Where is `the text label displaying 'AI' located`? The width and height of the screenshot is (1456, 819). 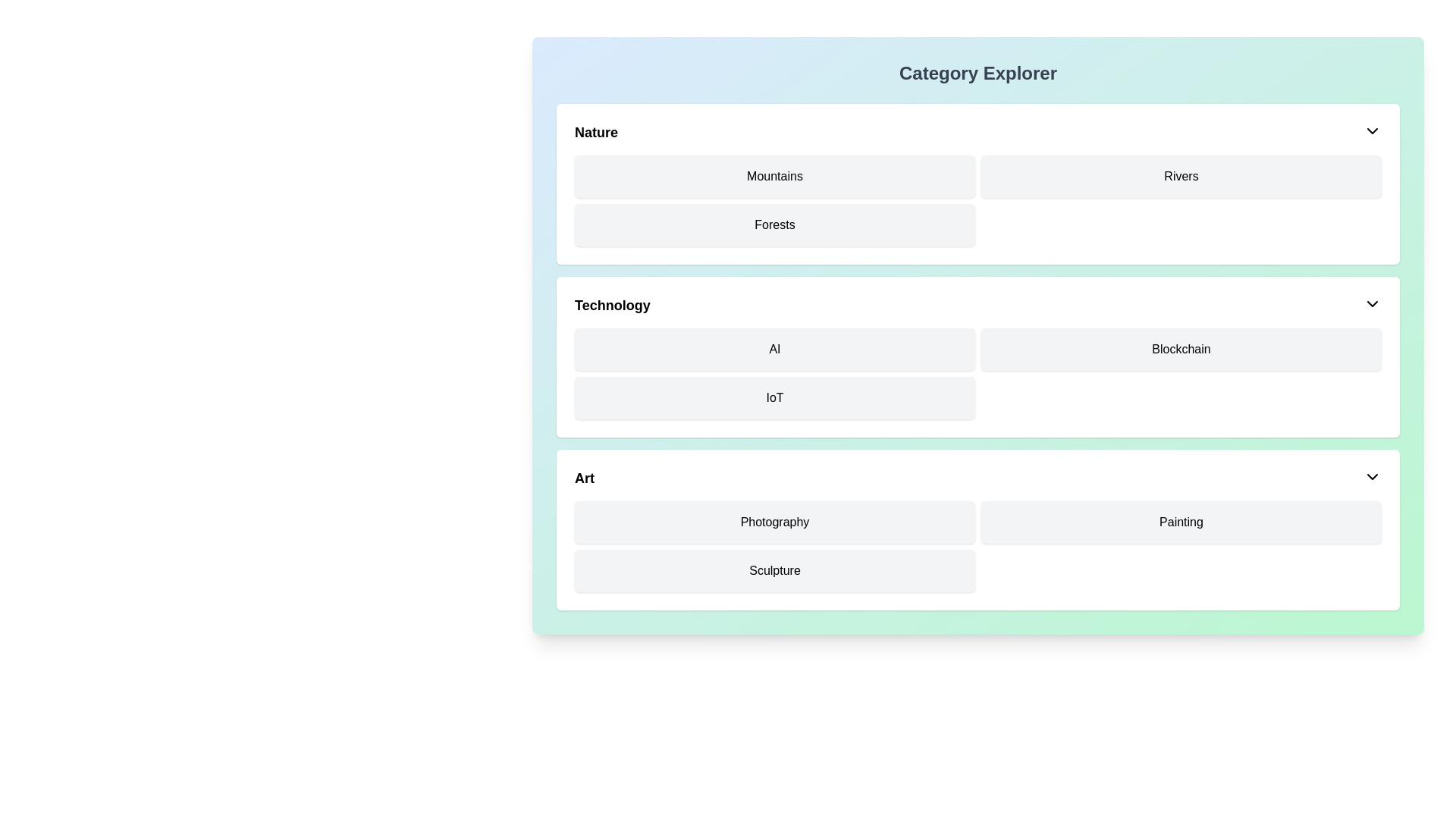
the text label displaying 'AI' located is located at coordinates (775, 350).